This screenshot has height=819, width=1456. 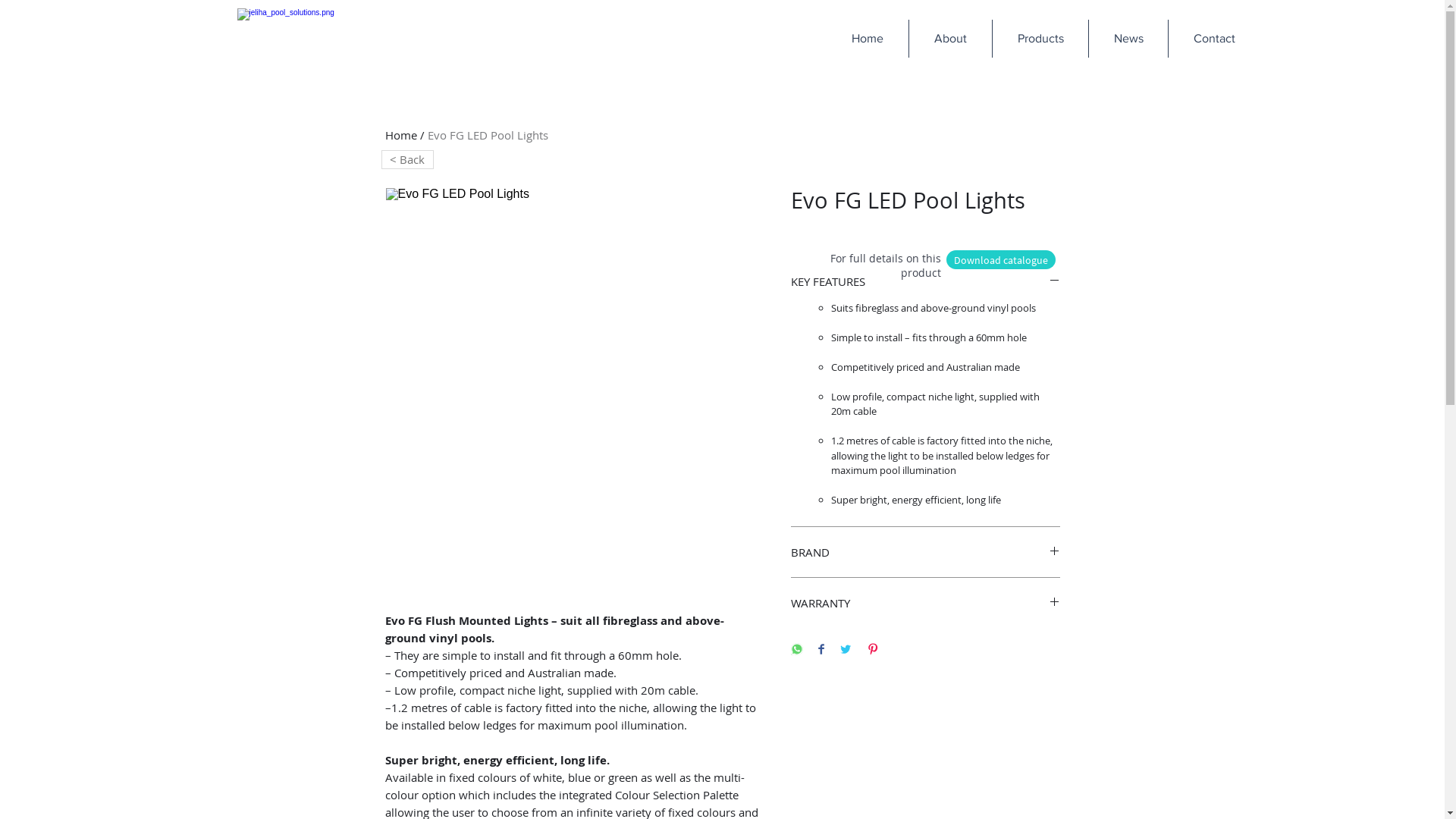 I want to click on '< Back', so click(x=406, y=159).